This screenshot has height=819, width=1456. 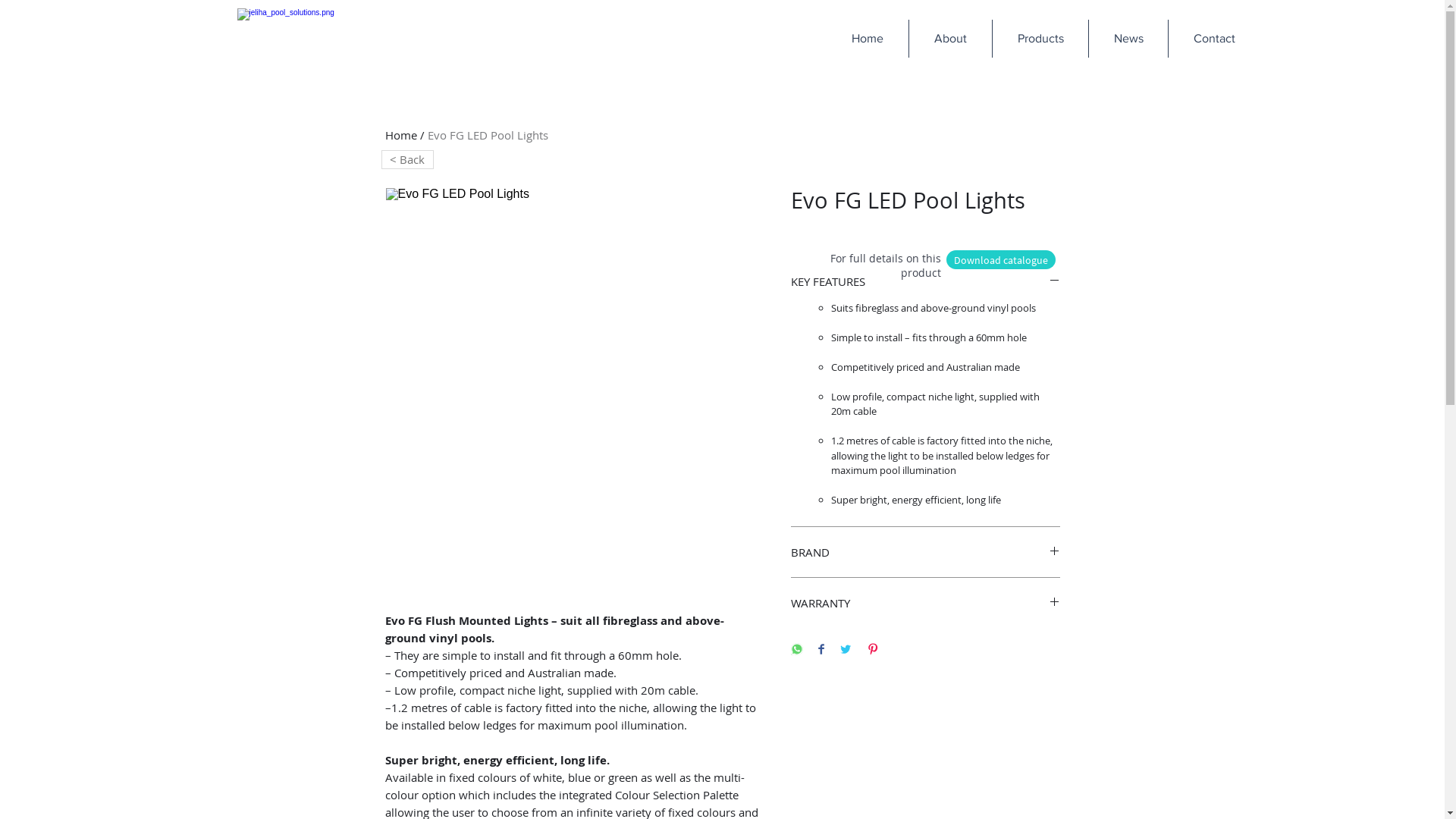 I want to click on '< Back', so click(x=406, y=159).